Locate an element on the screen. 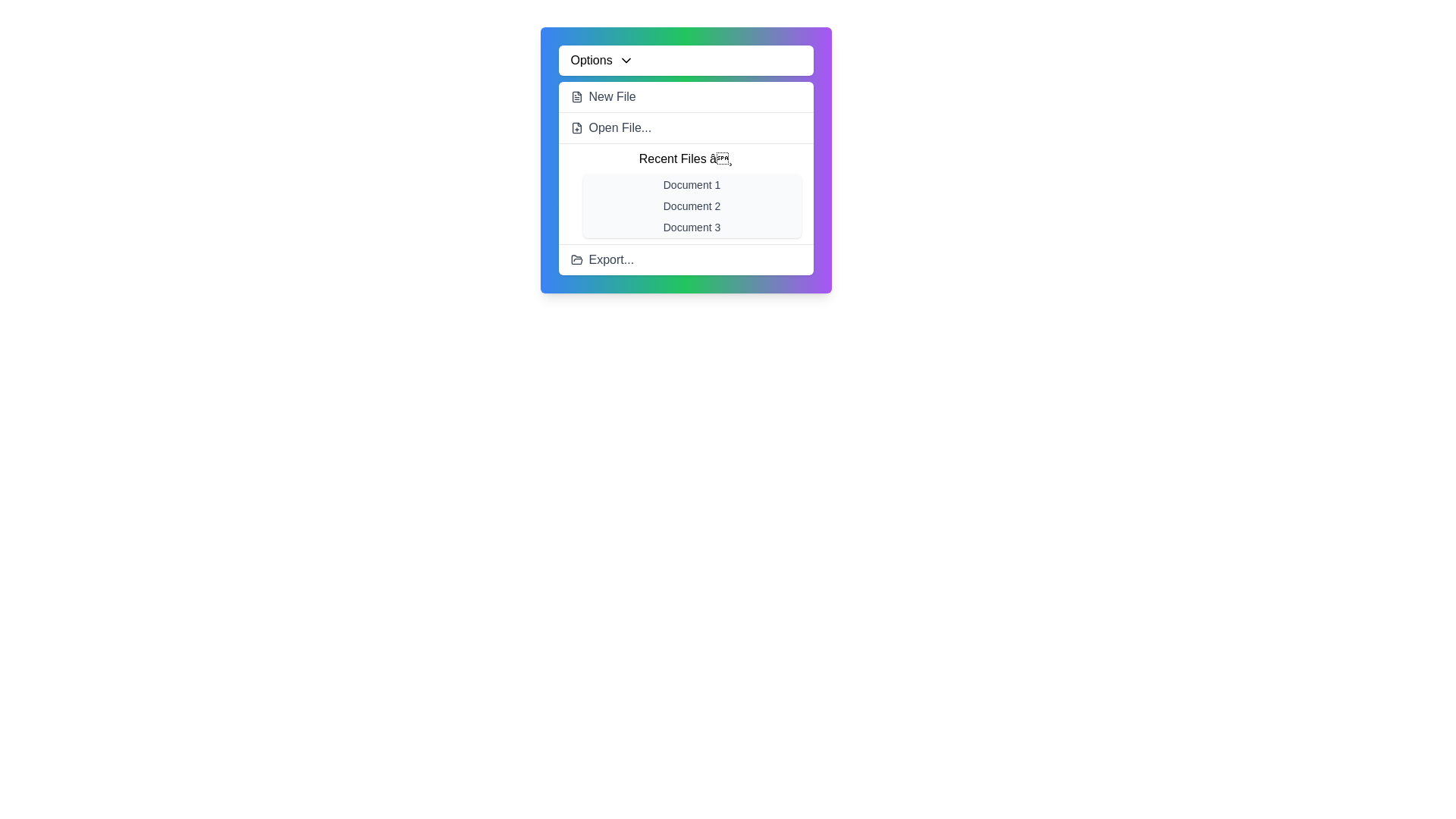  the 'New File' icon located at the top of the dropdown menu under the 'Options' button to enhance its identification is located at coordinates (576, 96).